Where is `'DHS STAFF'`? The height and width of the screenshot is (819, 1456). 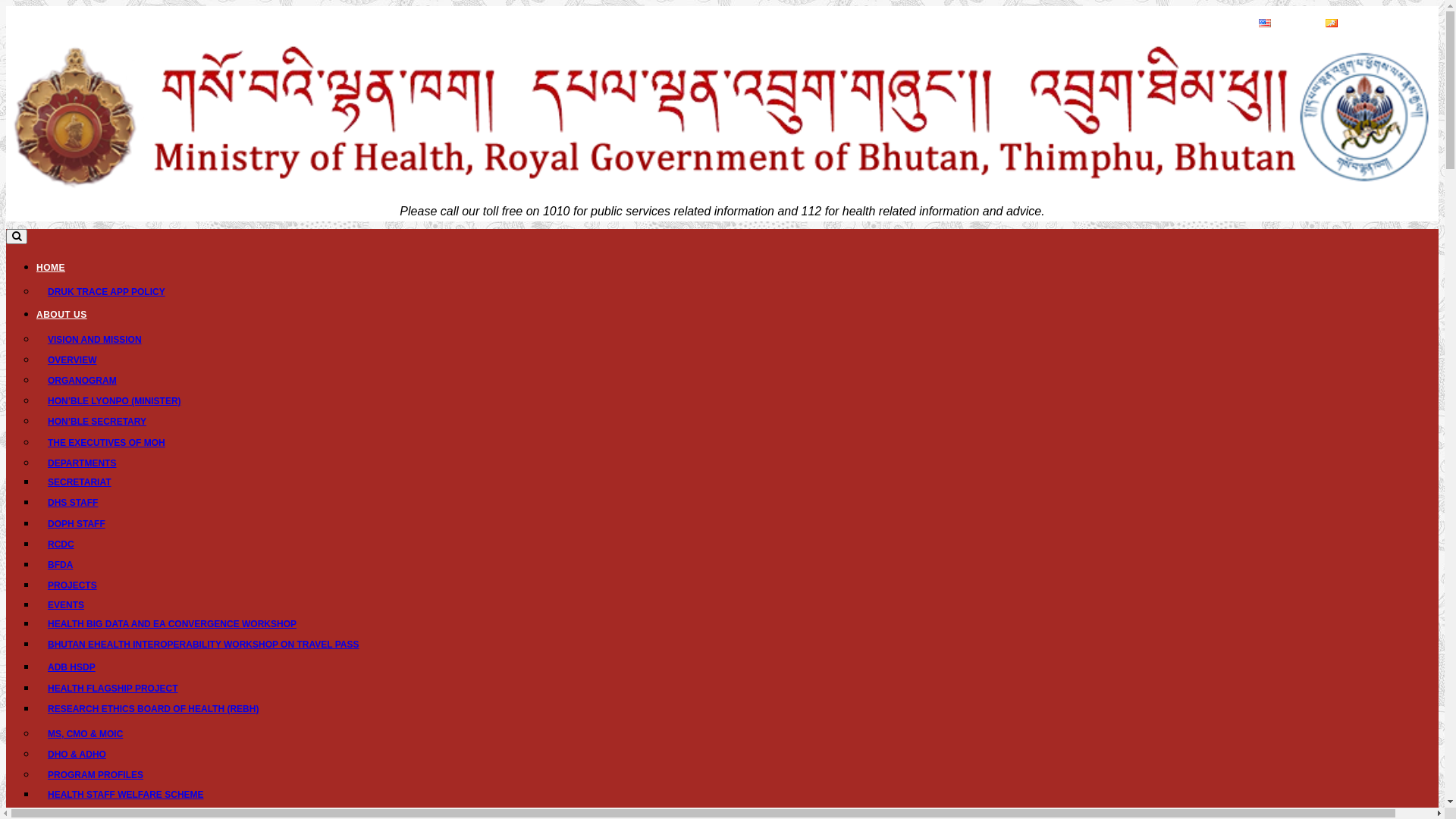
'DHS STAFF' is located at coordinates (79, 503).